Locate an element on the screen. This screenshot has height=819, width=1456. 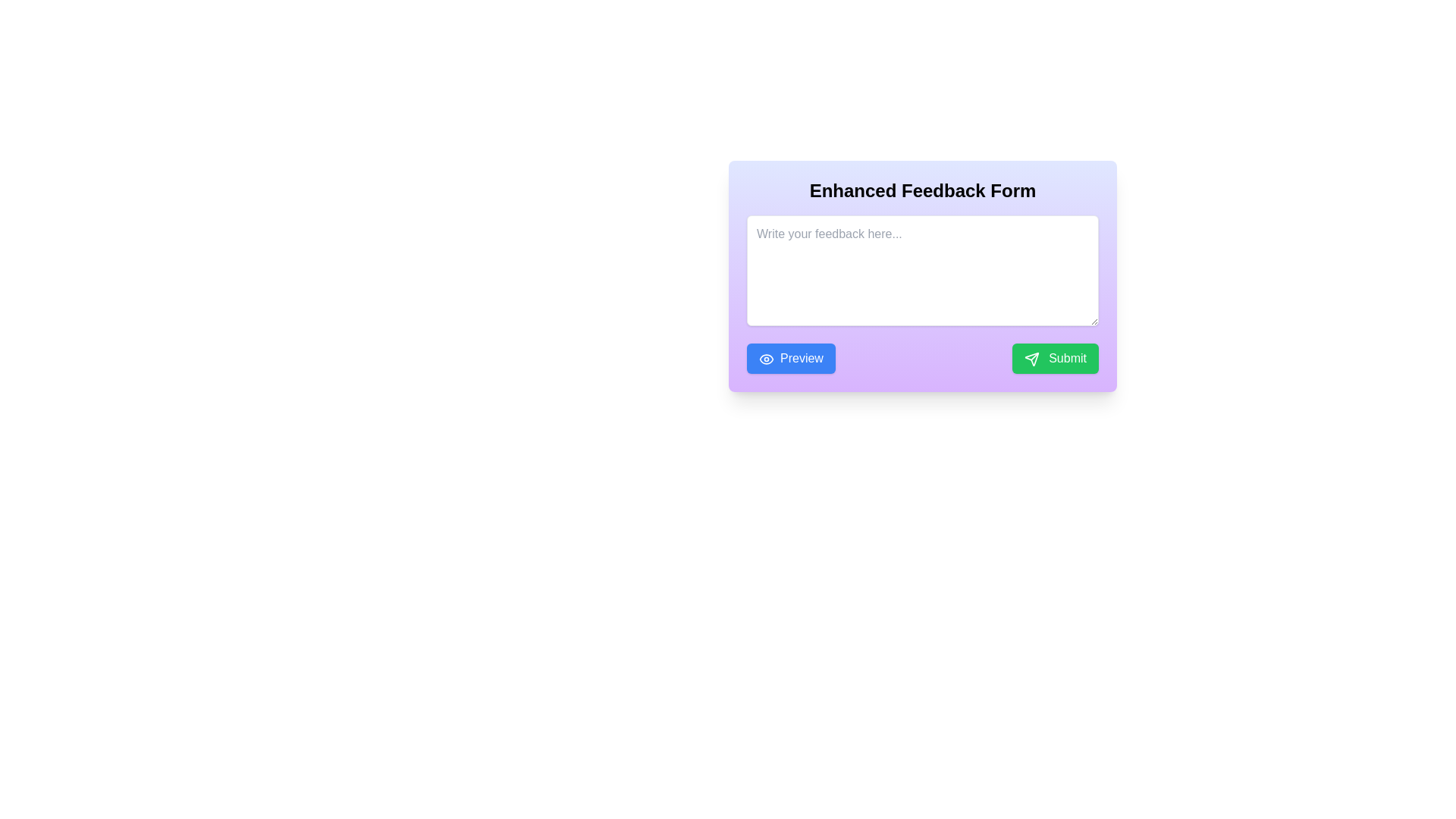
the green 'Submit' button with rounded corners and a white paper plane icon is located at coordinates (1054, 359).